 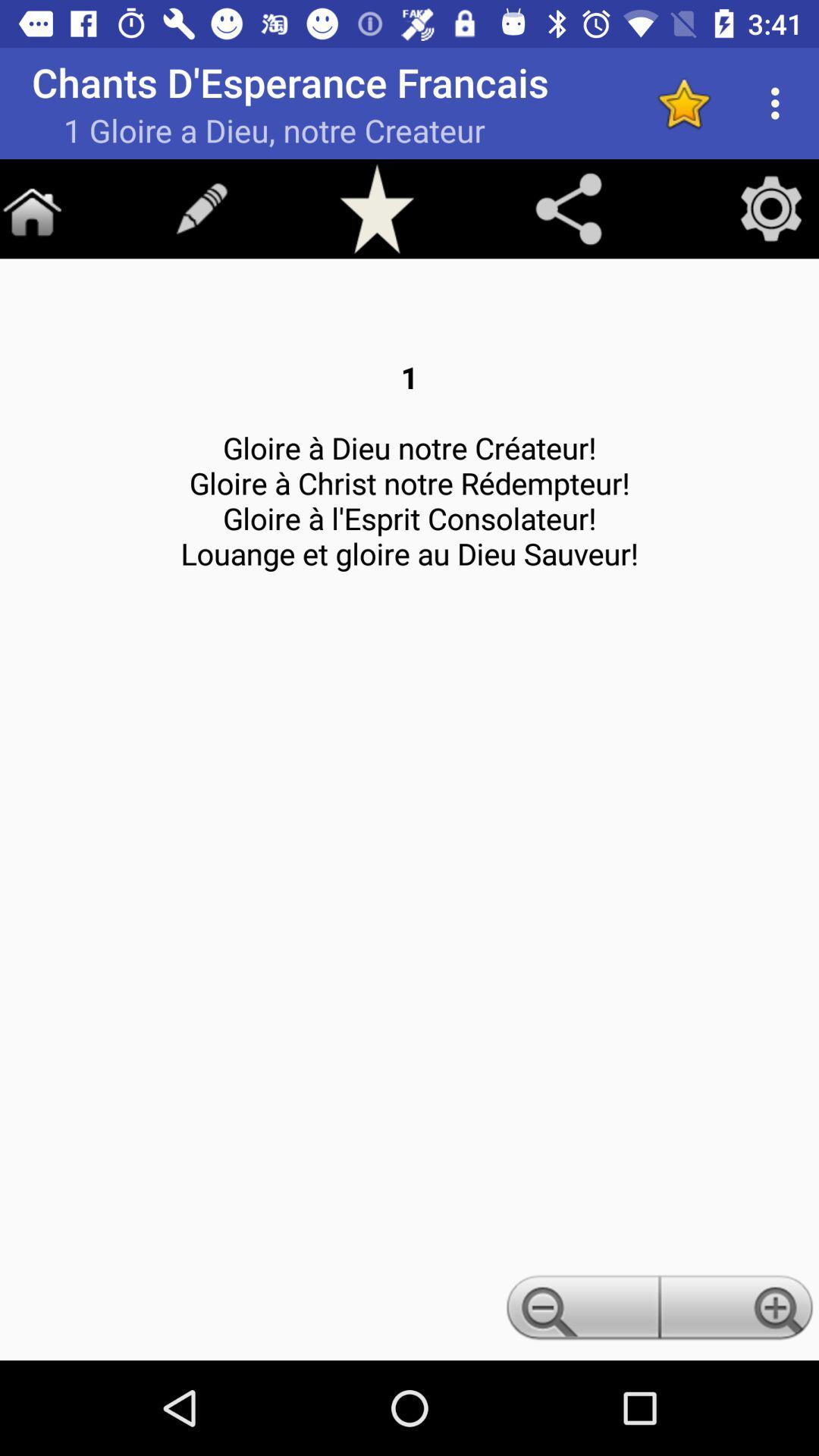 What do you see at coordinates (771, 207) in the screenshot?
I see `the settings button next to the share button` at bounding box center [771, 207].